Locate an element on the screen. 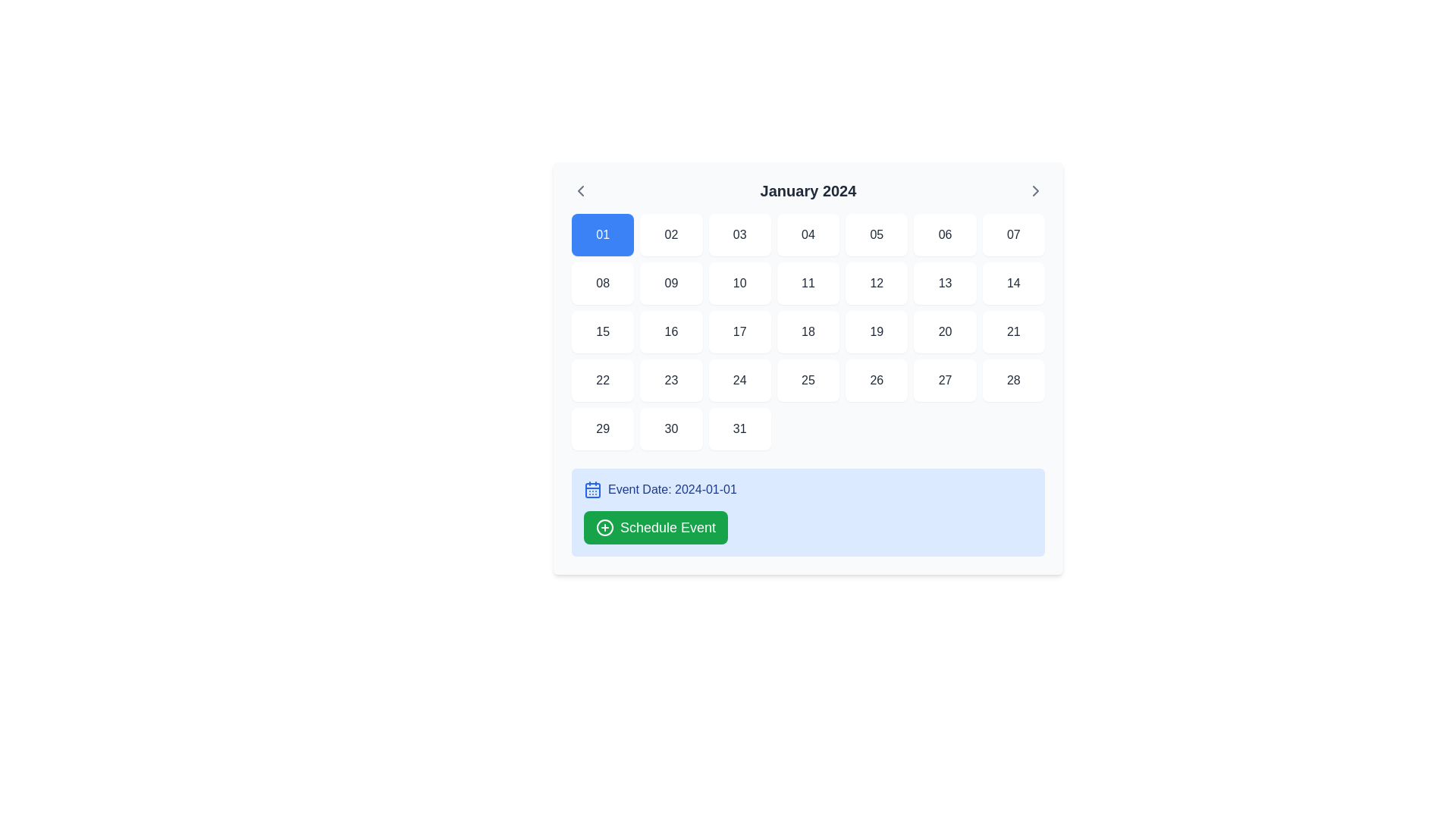 The width and height of the screenshot is (1456, 819). the calendar icon with a blue outline and small dots, located in the bottom section of the layout, to the left of the text 'Event Date: 2024-01-01' is located at coordinates (592, 489).